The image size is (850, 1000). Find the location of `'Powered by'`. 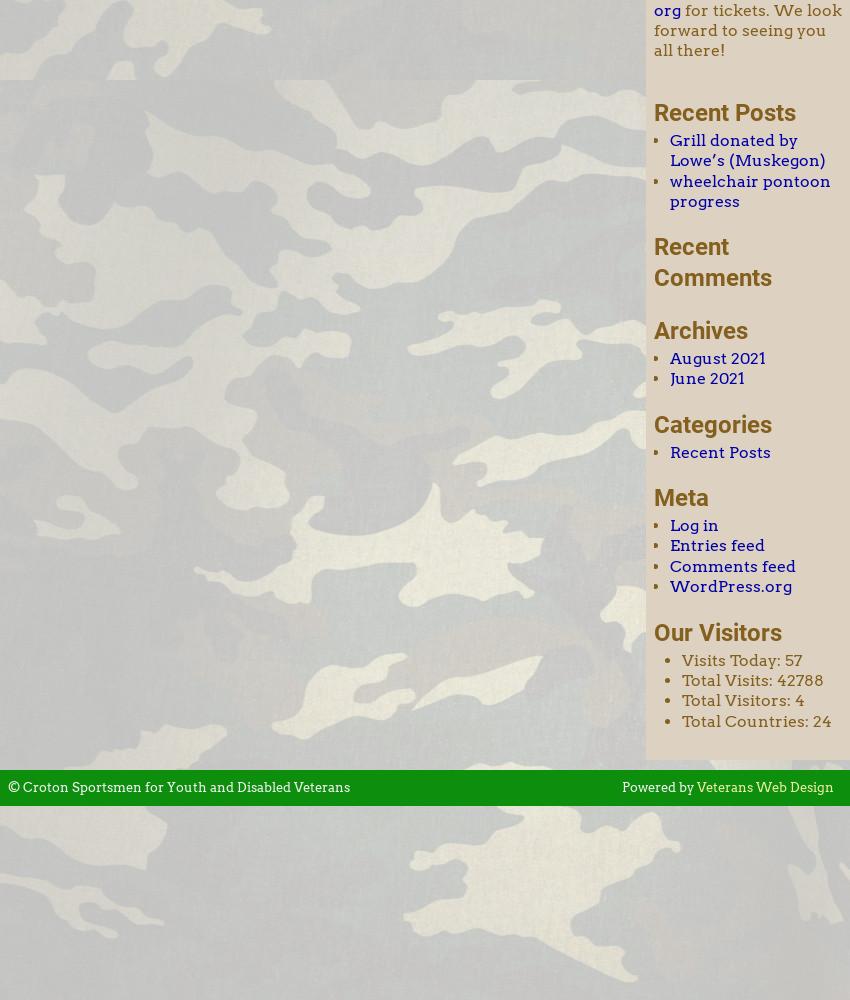

'Powered by' is located at coordinates (658, 787).